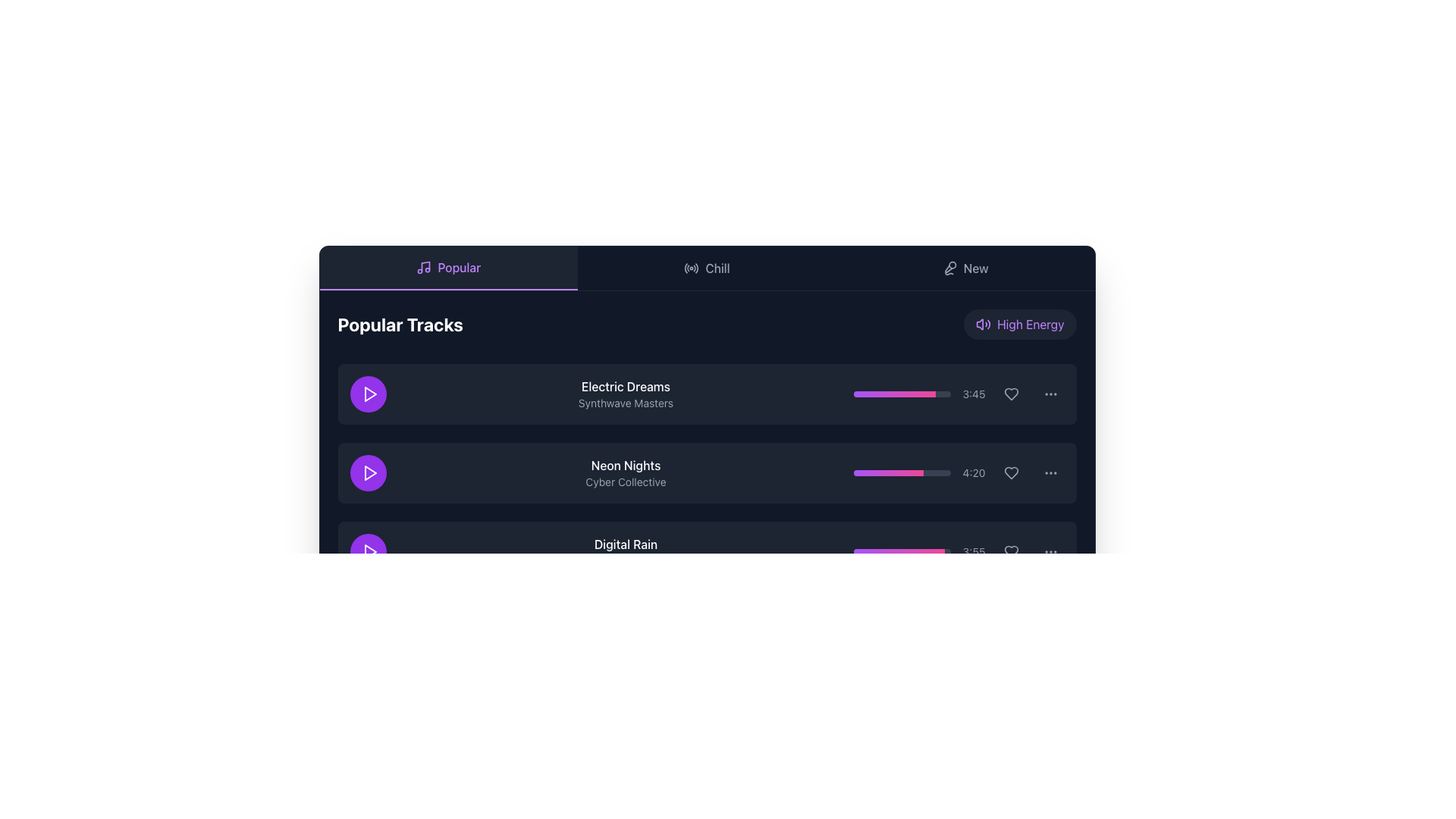  Describe the element at coordinates (458, 267) in the screenshot. I see `the 'Popular' text label, which is displayed in medium weight font and purple color within a dark rectangular background in the navigation section` at that location.